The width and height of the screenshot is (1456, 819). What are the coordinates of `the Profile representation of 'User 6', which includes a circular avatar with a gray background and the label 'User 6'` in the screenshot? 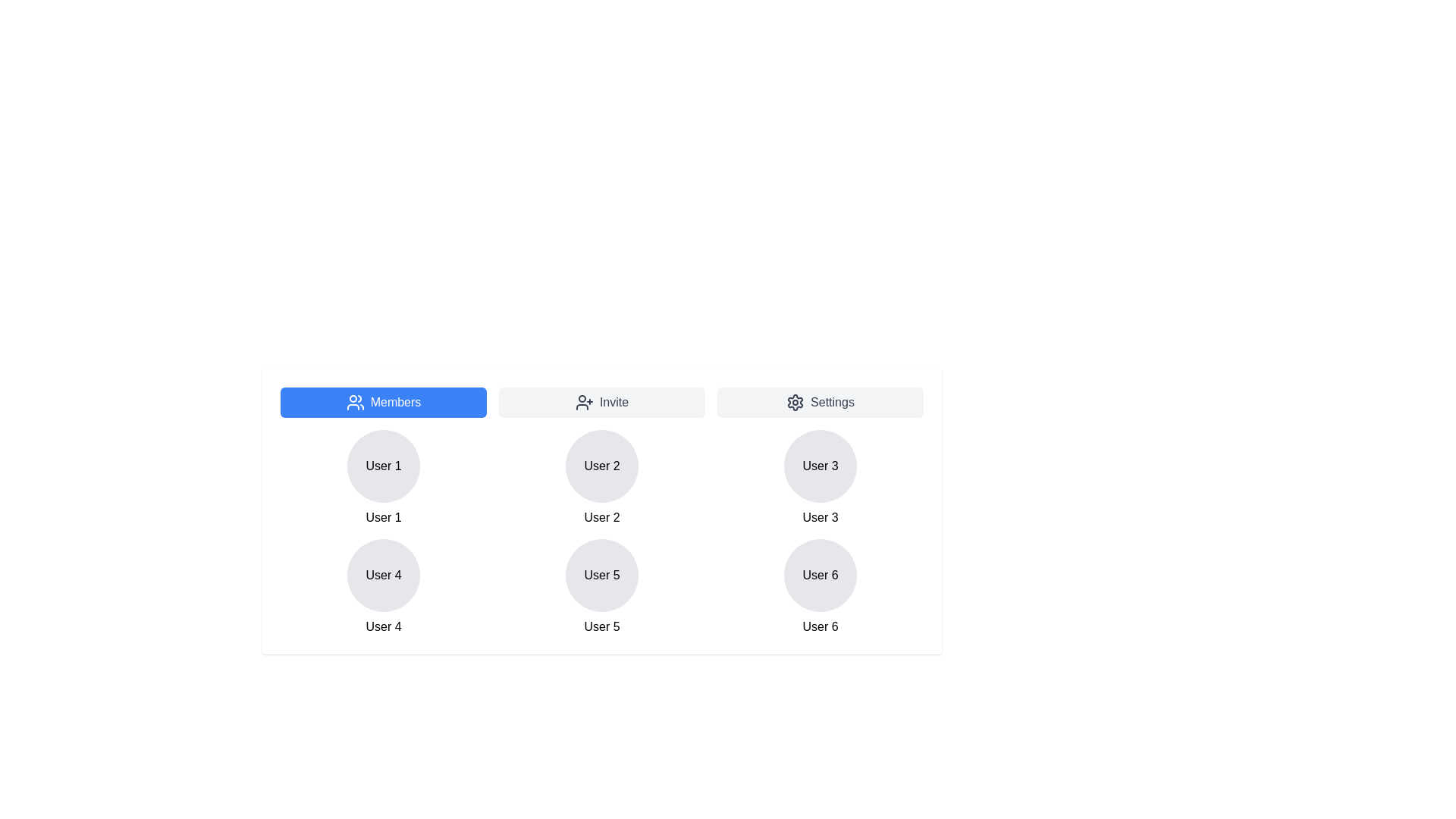 It's located at (819, 587).